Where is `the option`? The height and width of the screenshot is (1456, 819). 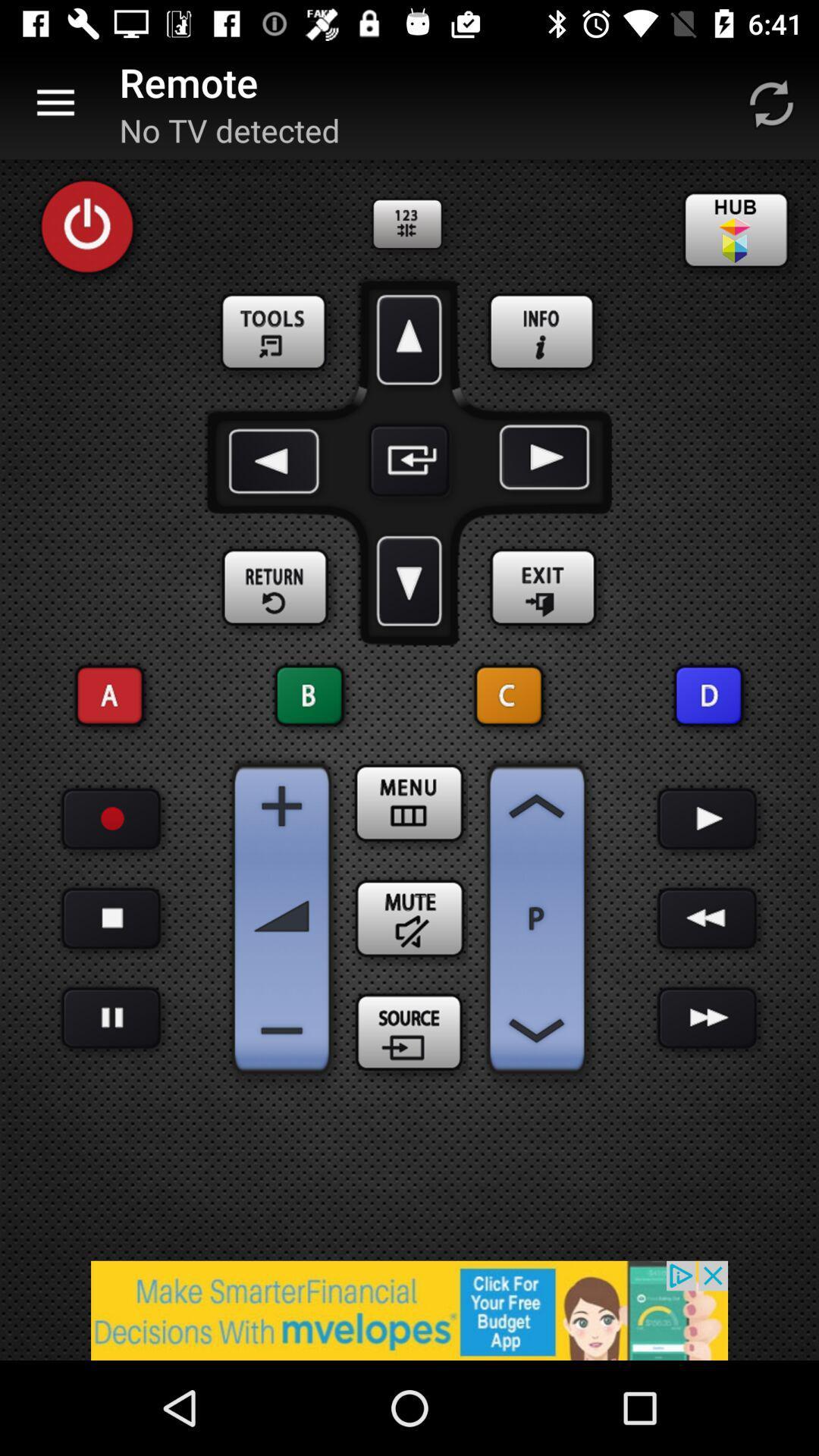
the option is located at coordinates (309, 695).